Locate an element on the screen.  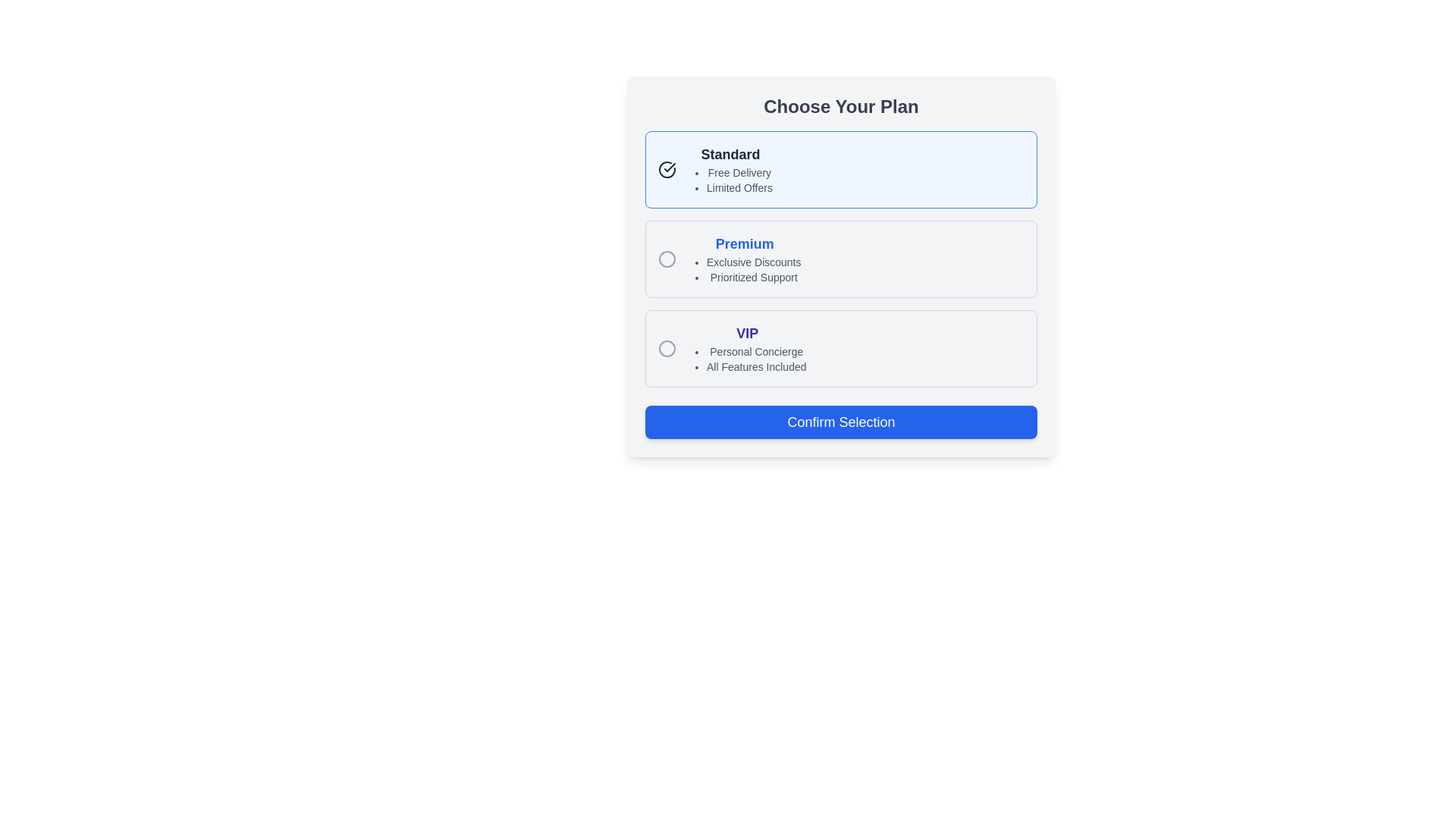
the second item in the bulleted list under the 'VIP' subscription option, which provides information about the features included in the 'VIP' subscription plan is located at coordinates (756, 366).